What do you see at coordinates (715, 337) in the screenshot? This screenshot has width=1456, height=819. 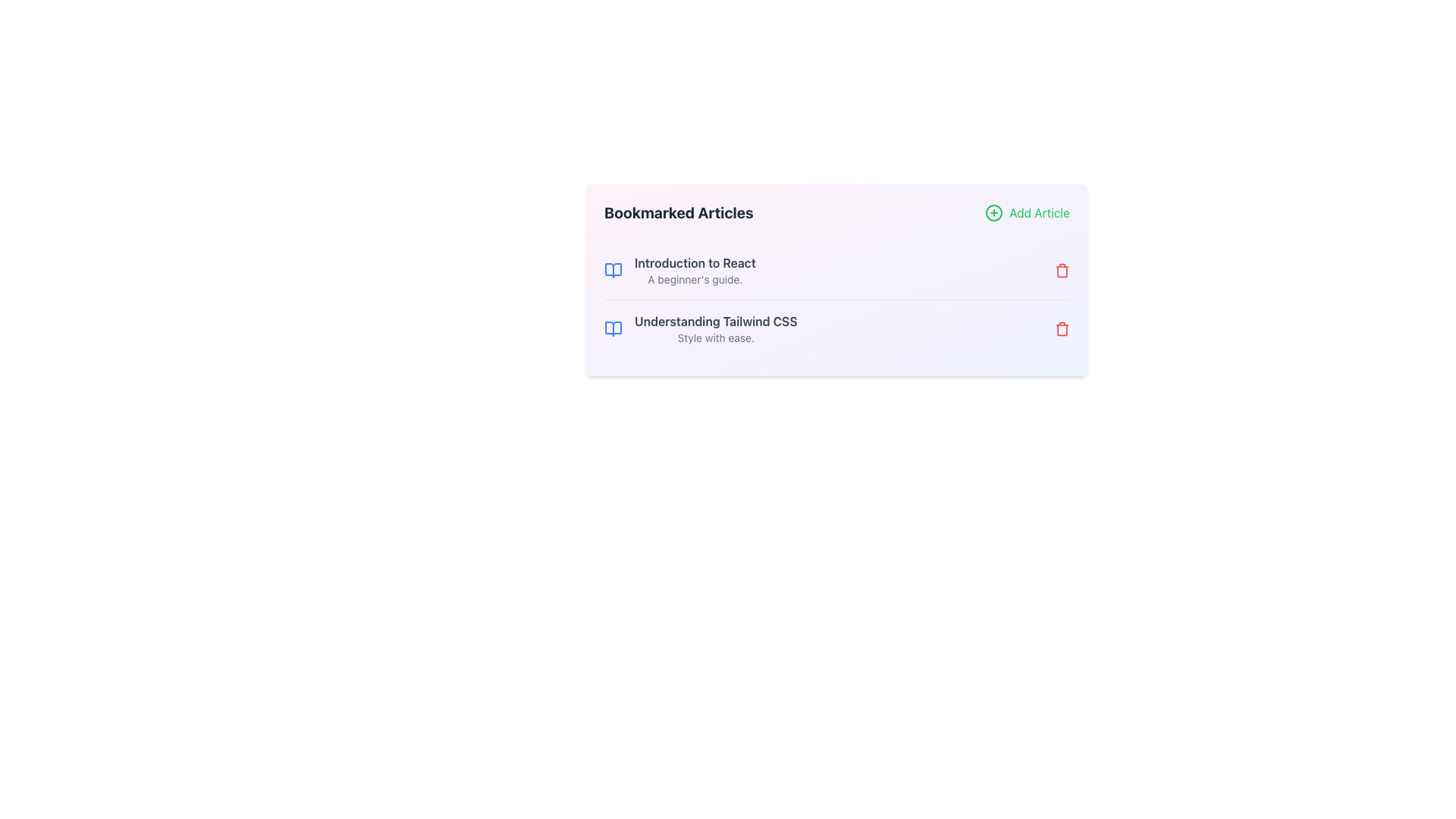 I see `the subtitle text 'Style with ease.' which is styled in small-sized, gray-colored font and positioned below the title 'Understanding Tailwind CSS' in the list of bookmarked articles` at bounding box center [715, 337].